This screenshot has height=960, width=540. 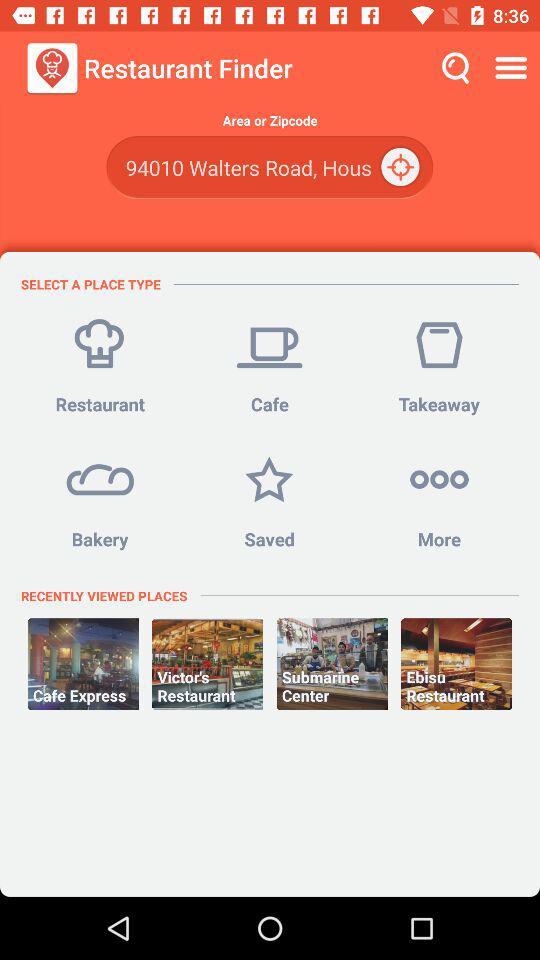 What do you see at coordinates (513, 68) in the screenshot?
I see `icon above the area or zipcode item` at bounding box center [513, 68].